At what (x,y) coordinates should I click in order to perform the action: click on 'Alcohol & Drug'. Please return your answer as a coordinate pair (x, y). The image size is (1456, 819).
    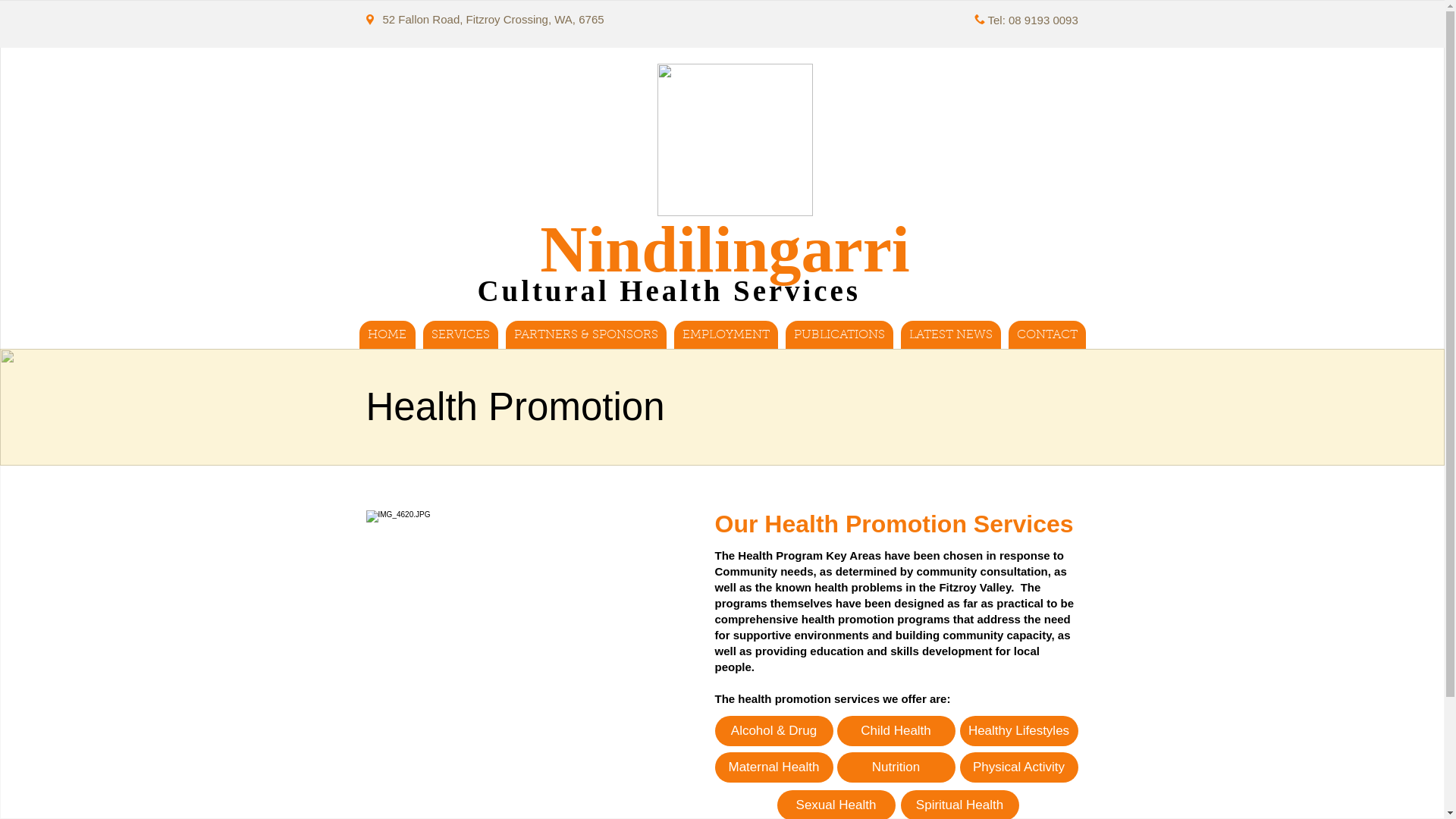
    Looking at the image, I should click on (713, 730).